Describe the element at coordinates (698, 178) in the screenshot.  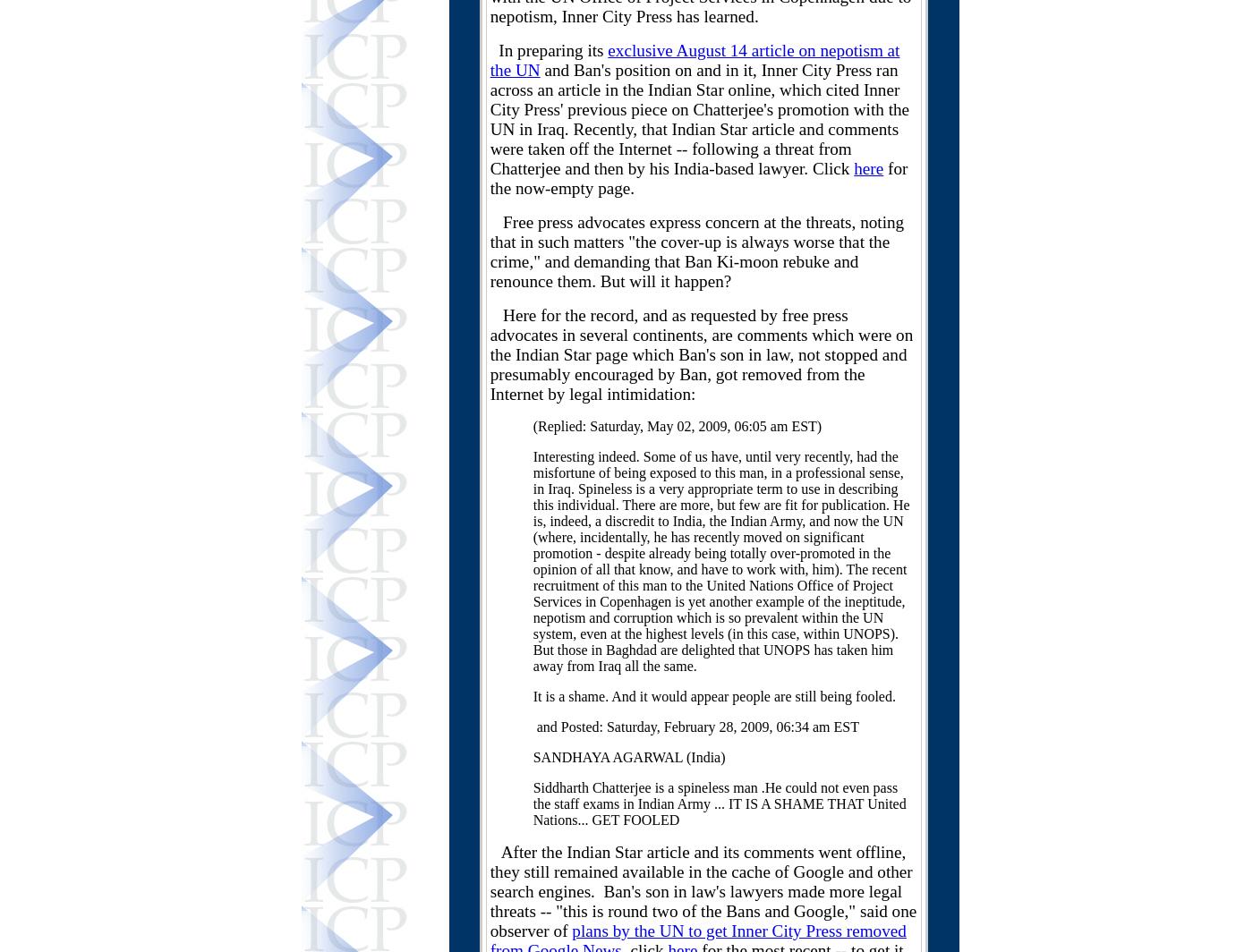
I see `'for
the
now-empty page.'` at that location.